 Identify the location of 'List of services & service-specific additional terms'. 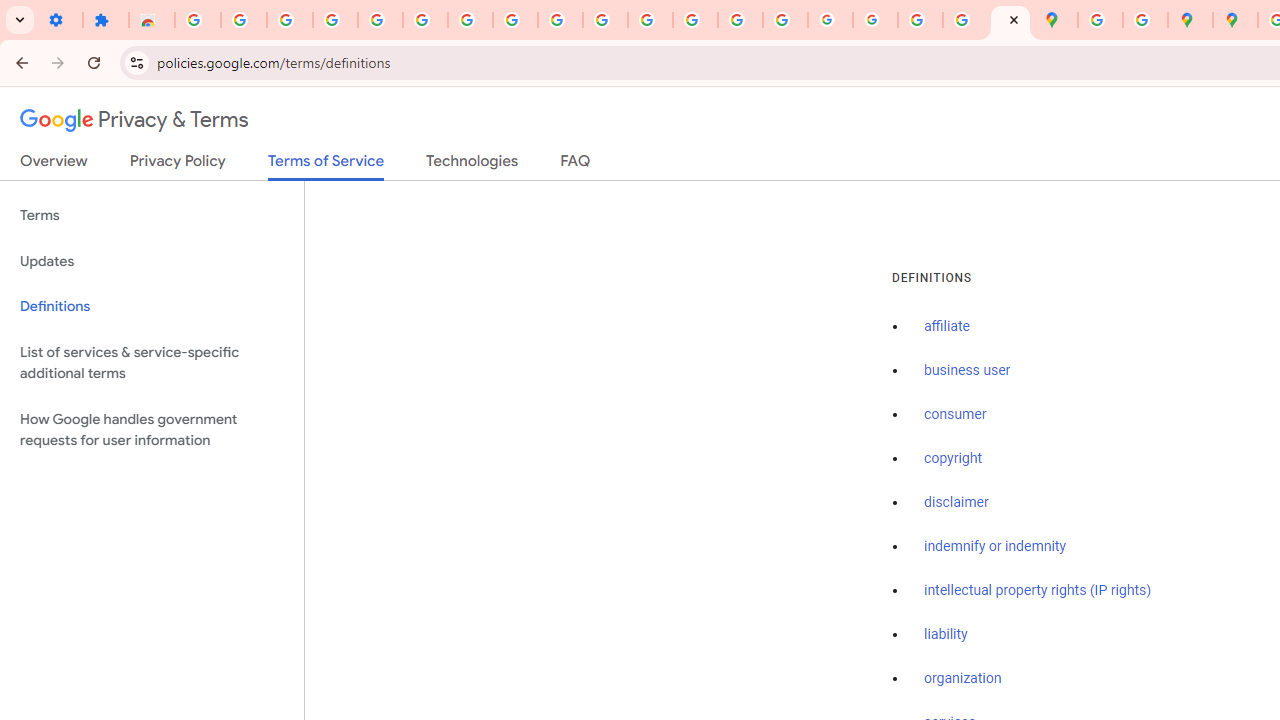
(151, 362).